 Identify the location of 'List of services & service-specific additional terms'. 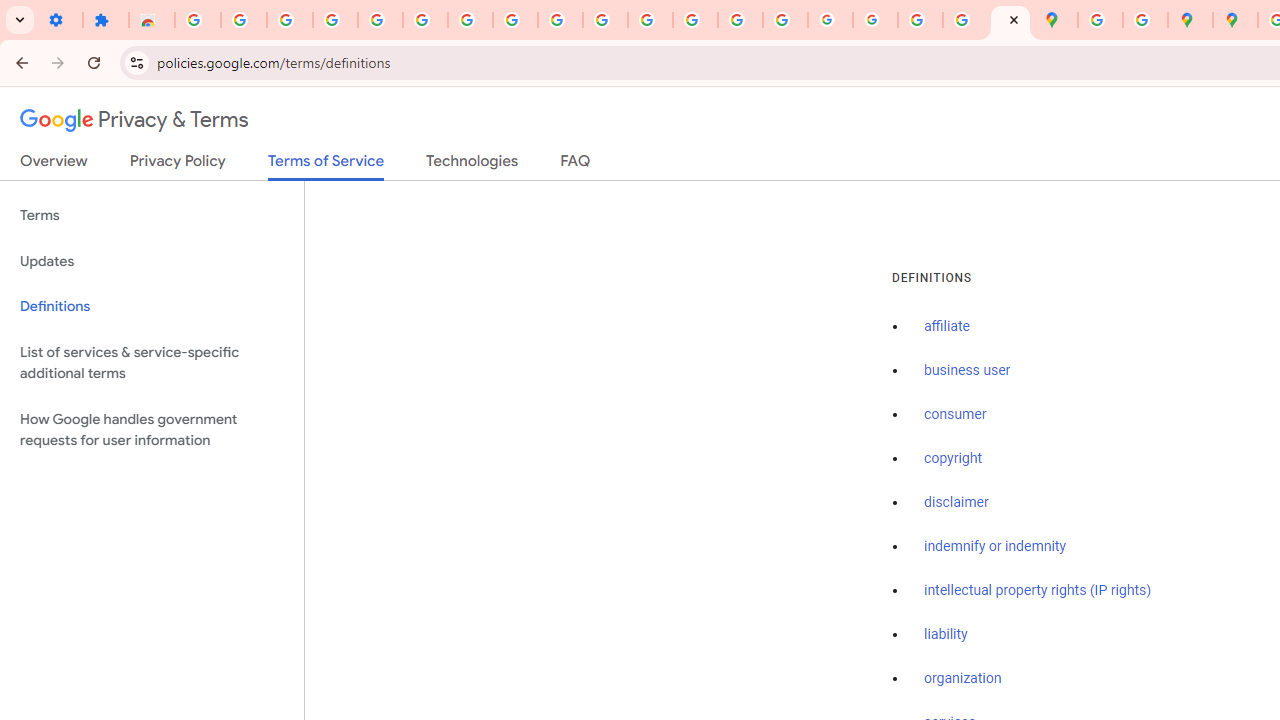
(151, 362).